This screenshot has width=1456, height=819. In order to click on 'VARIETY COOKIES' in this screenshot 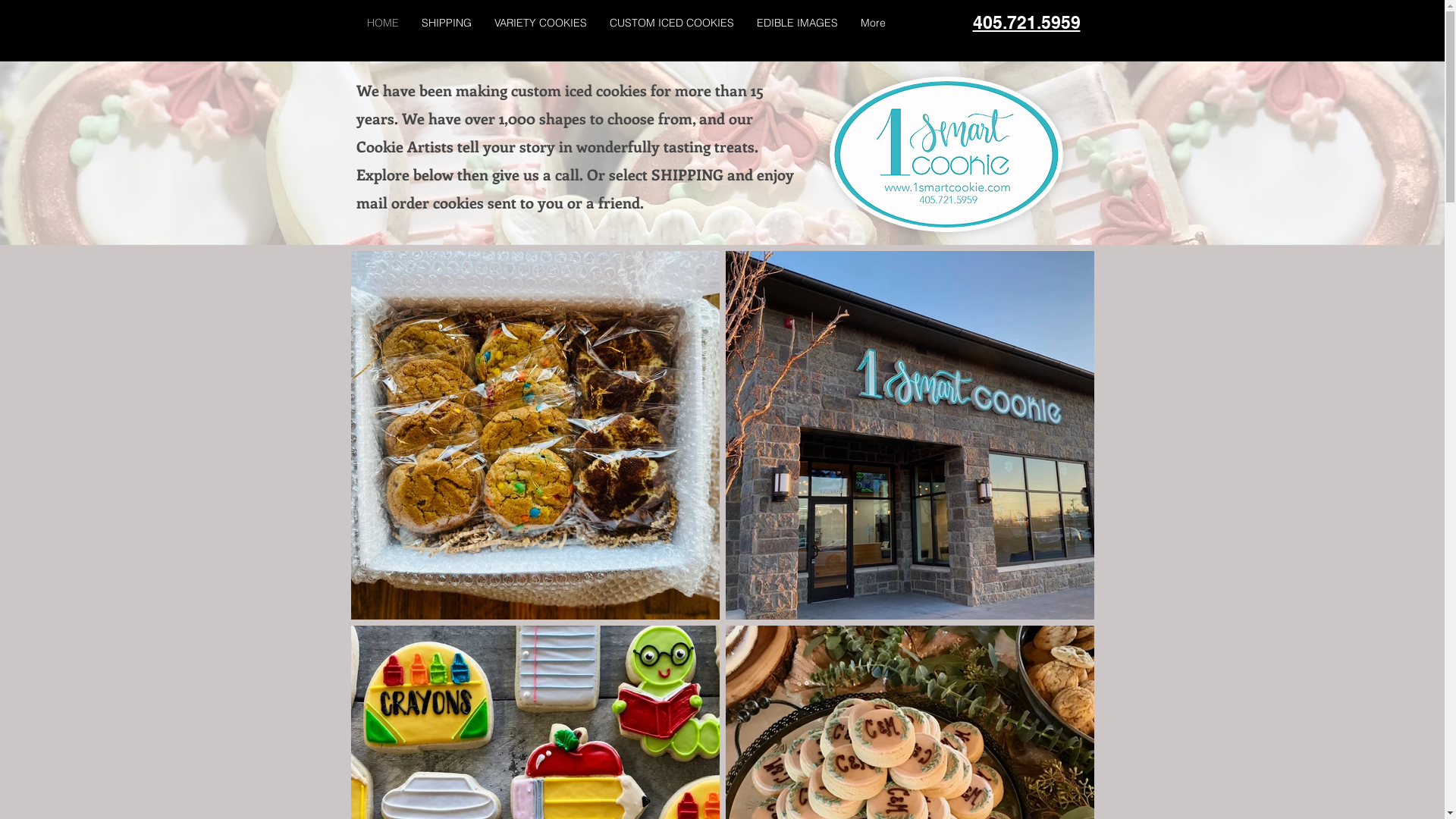, I will do `click(539, 23)`.